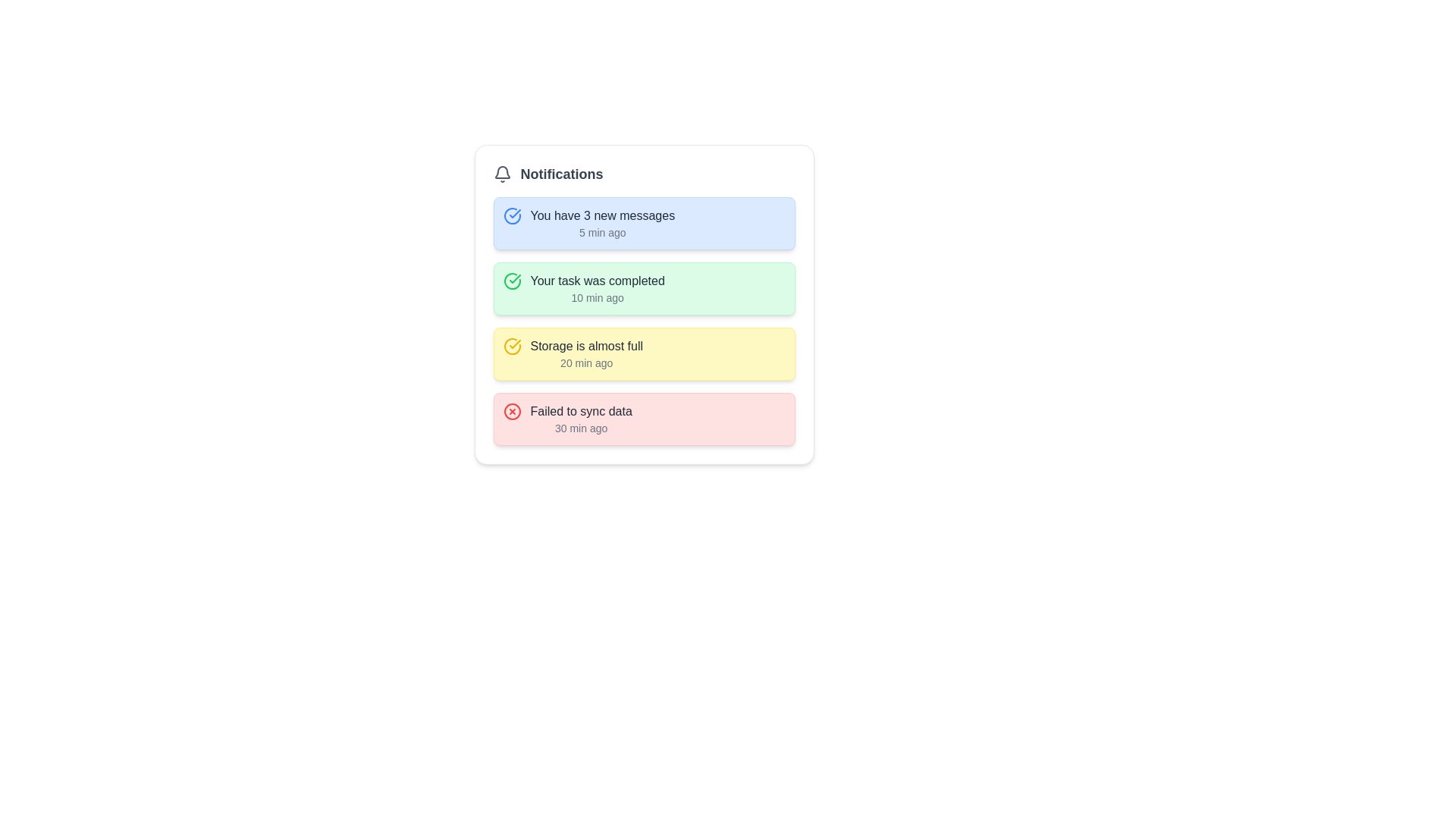 The width and height of the screenshot is (1456, 819). I want to click on the circular green icon with a check mark in the second notification card, which indicates that the task was completed, so click(512, 281).